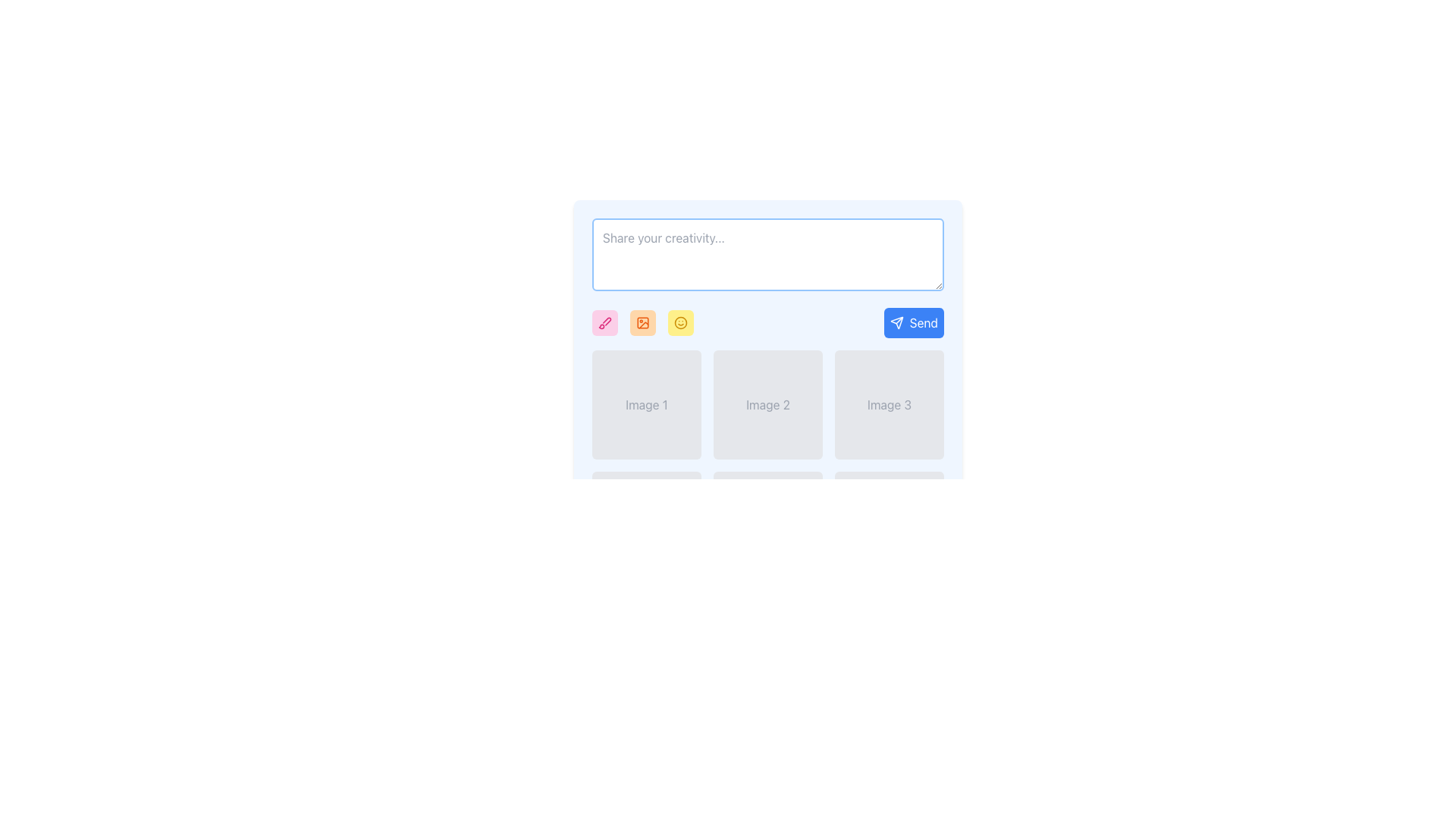 The height and width of the screenshot is (819, 1456). Describe the element at coordinates (643, 322) in the screenshot. I see `the orange icon with rounded corners, which is the second icon from the left in the icon group located near the top-left corner of the UI` at that location.